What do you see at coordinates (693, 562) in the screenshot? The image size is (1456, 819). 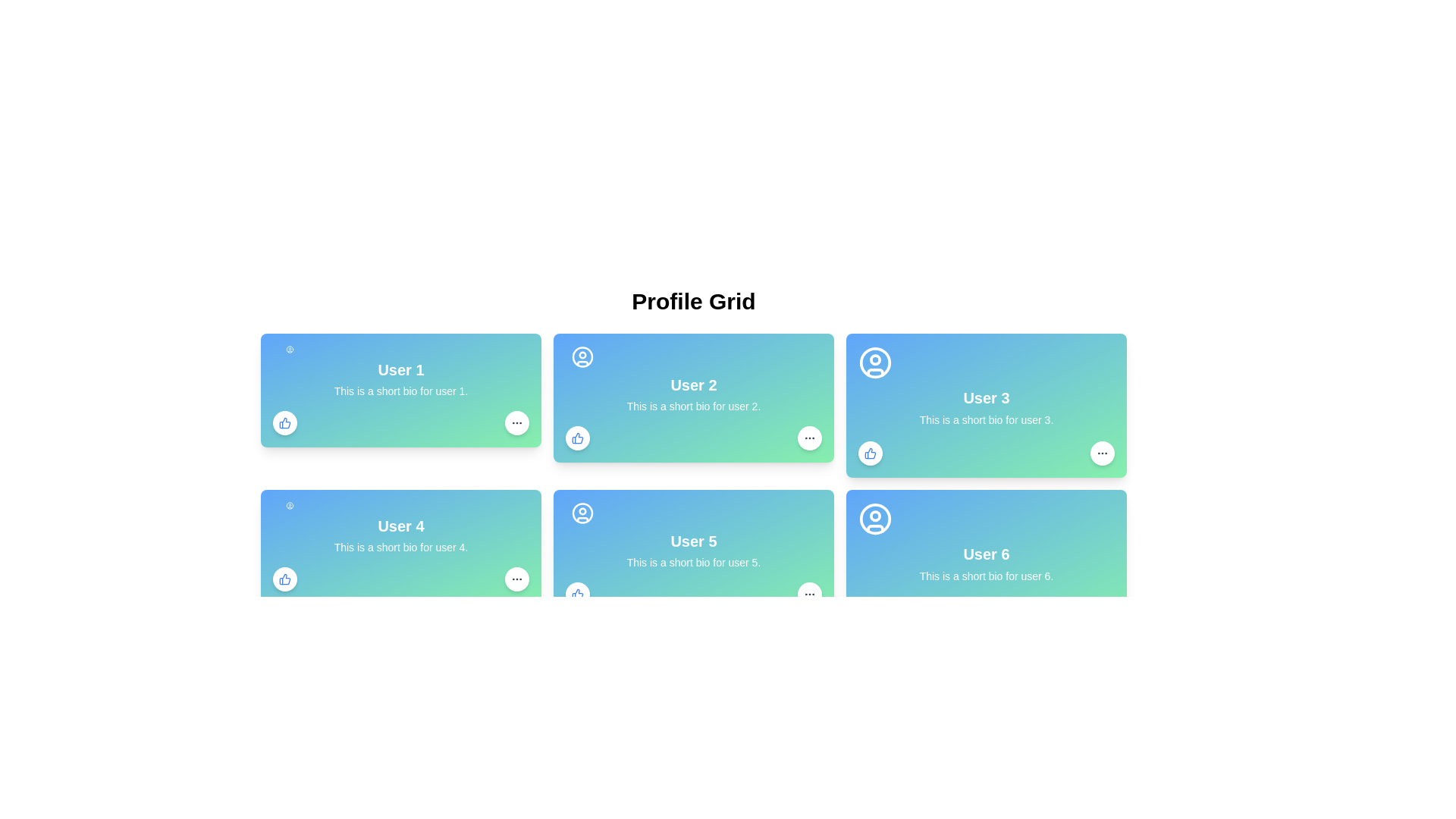 I see `description text located in the Text block below the 'User 5' title within the fifth profile card in the grid layout` at bounding box center [693, 562].